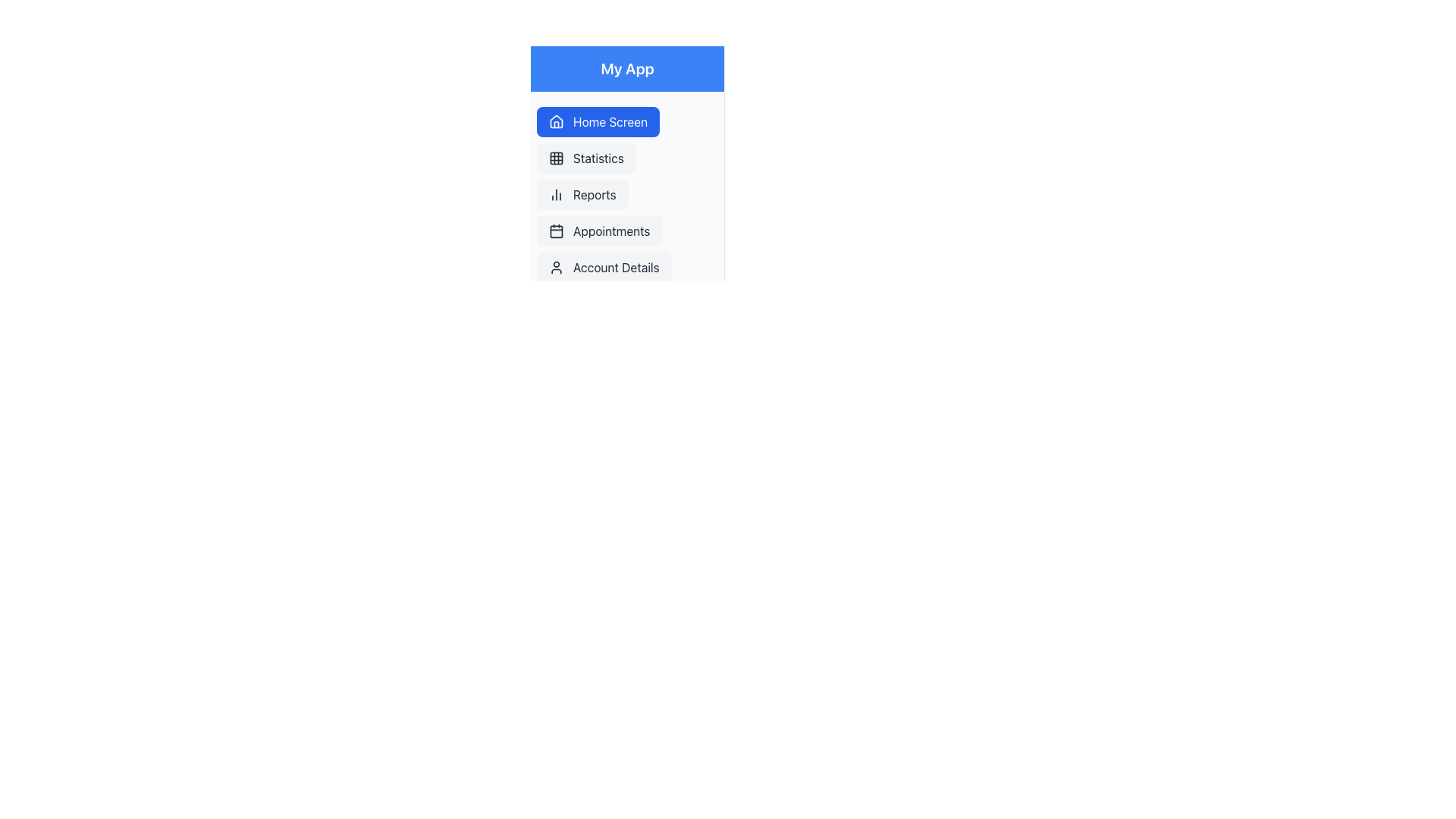 The image size is (1456, 819). What do you see at coordinates (582, 194) in the screenshot?
I see `the 'Reports' button, which is a horizontal button with a light gray background and a chart icon on the left, located in the left sidebar between 'Statistics' and 'Appointments'` at bounding box center [582, 194].